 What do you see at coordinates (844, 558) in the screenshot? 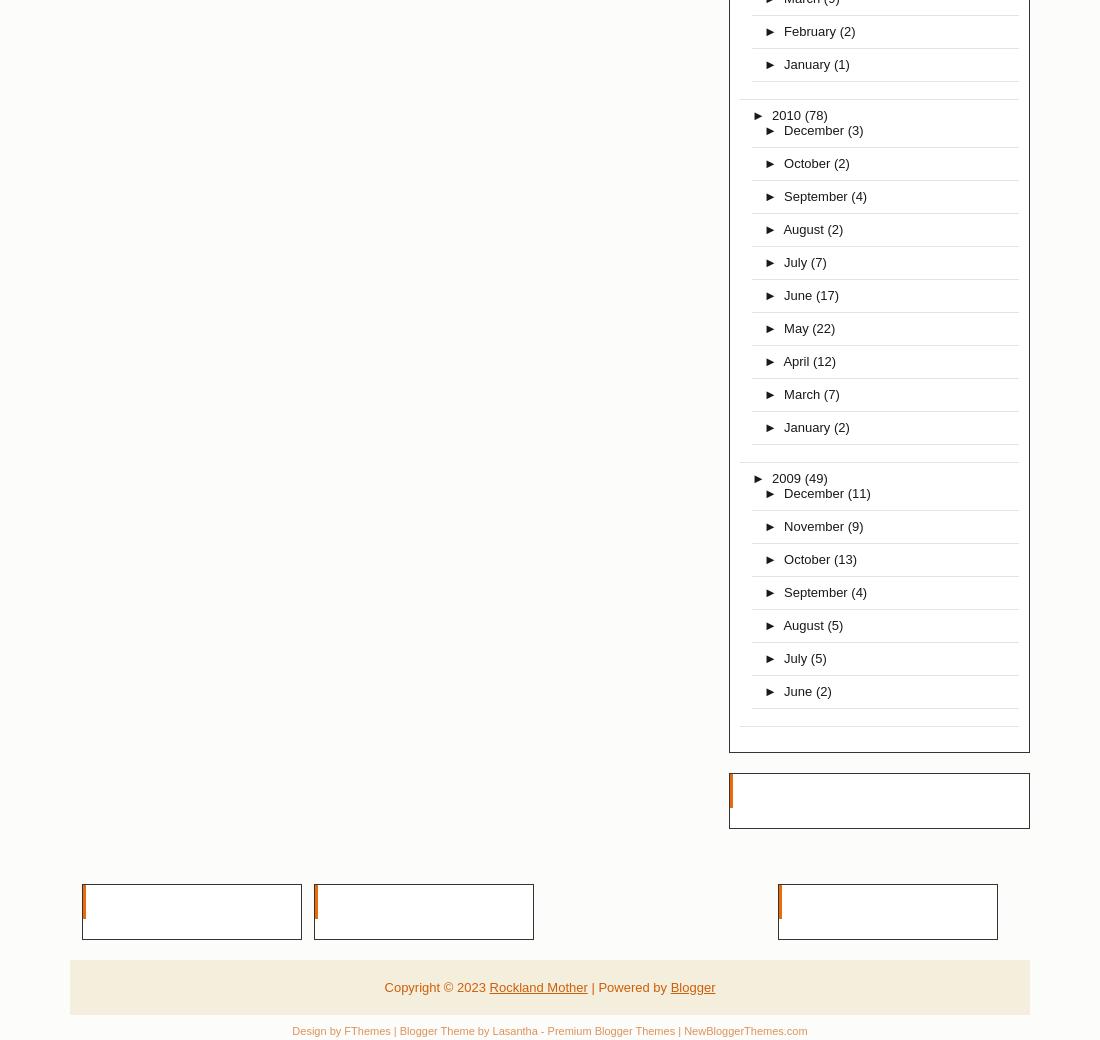
I see `'(13)'` at bounding box center [844, 558].